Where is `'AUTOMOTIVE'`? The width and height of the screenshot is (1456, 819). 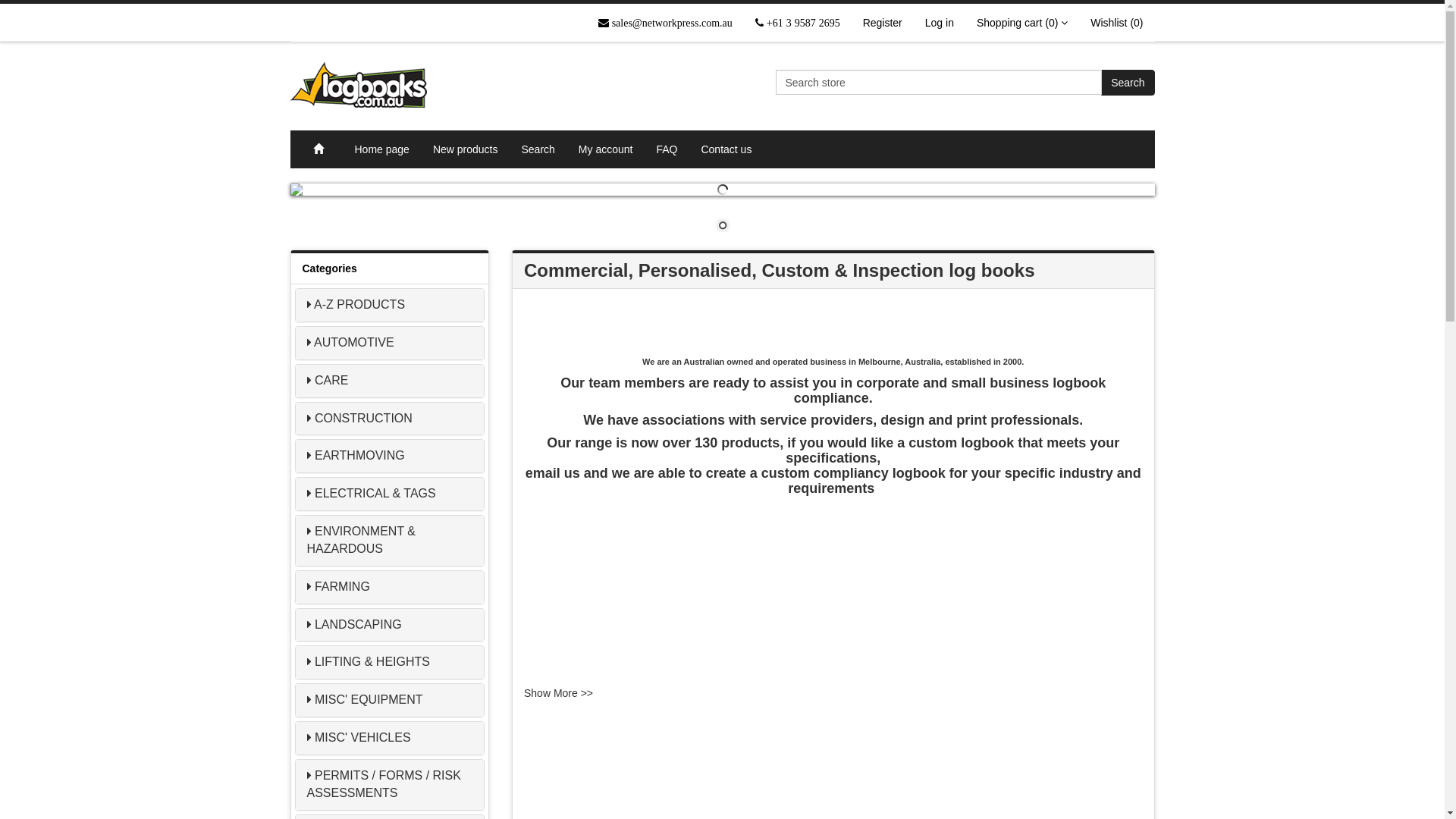 'AUTOMOTIVE' is located at coordinates (353, 342).